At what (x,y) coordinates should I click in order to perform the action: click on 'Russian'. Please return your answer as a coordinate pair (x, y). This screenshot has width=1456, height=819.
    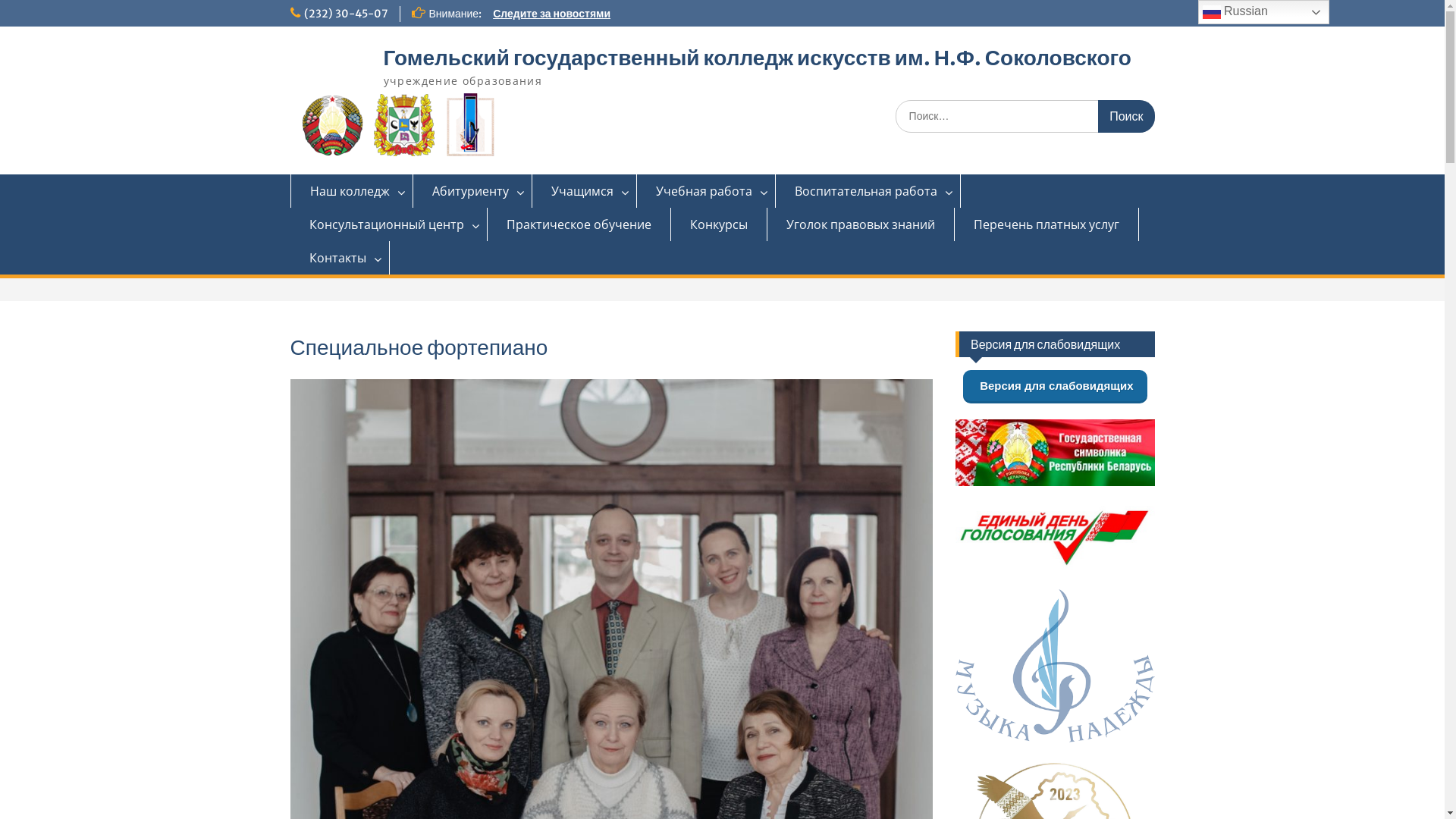
    Looking at the image, I should click on (1263, 11).